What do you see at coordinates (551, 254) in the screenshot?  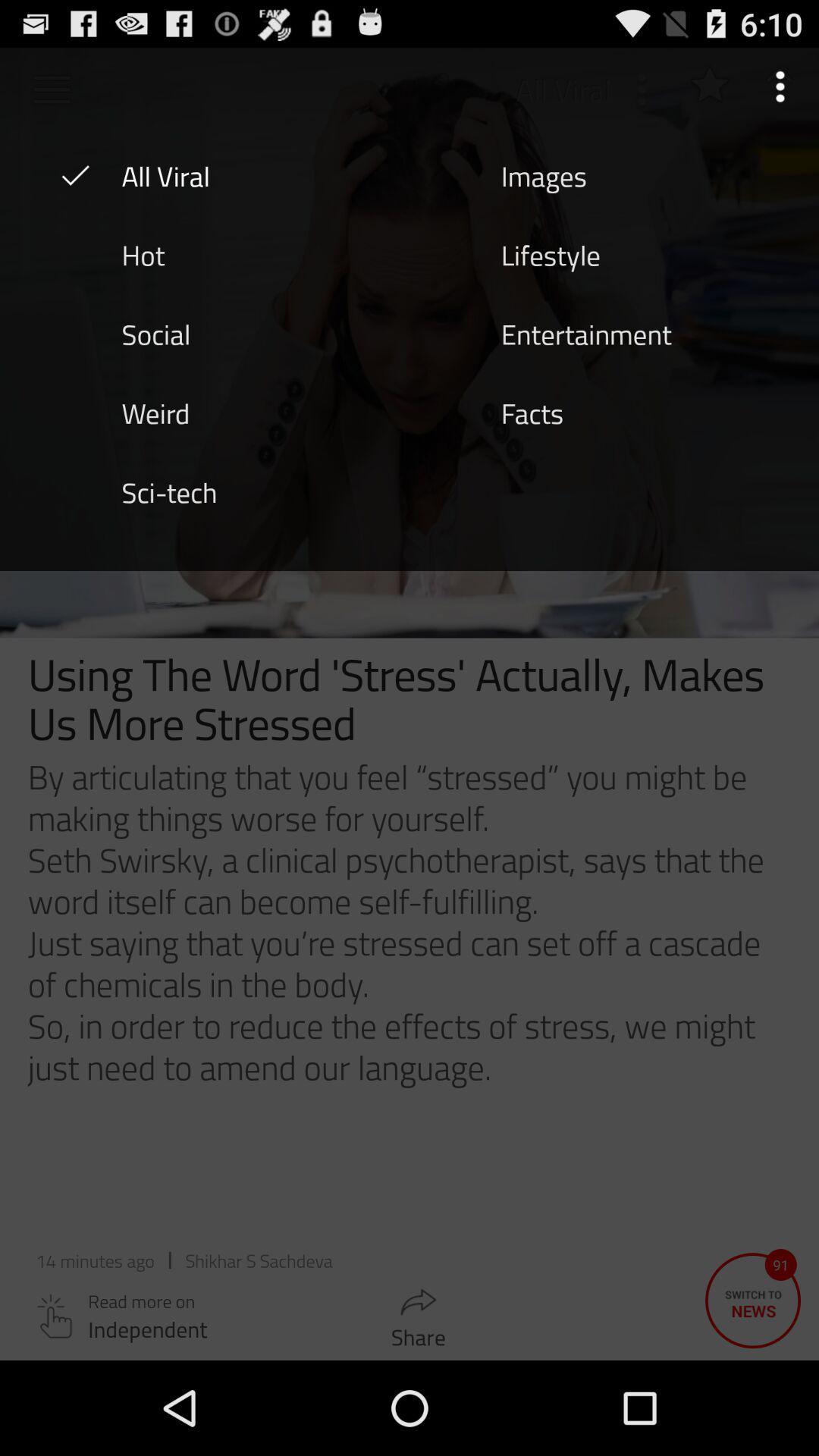 I see `the item next to the hot icon` at bounding box center [551, 254].